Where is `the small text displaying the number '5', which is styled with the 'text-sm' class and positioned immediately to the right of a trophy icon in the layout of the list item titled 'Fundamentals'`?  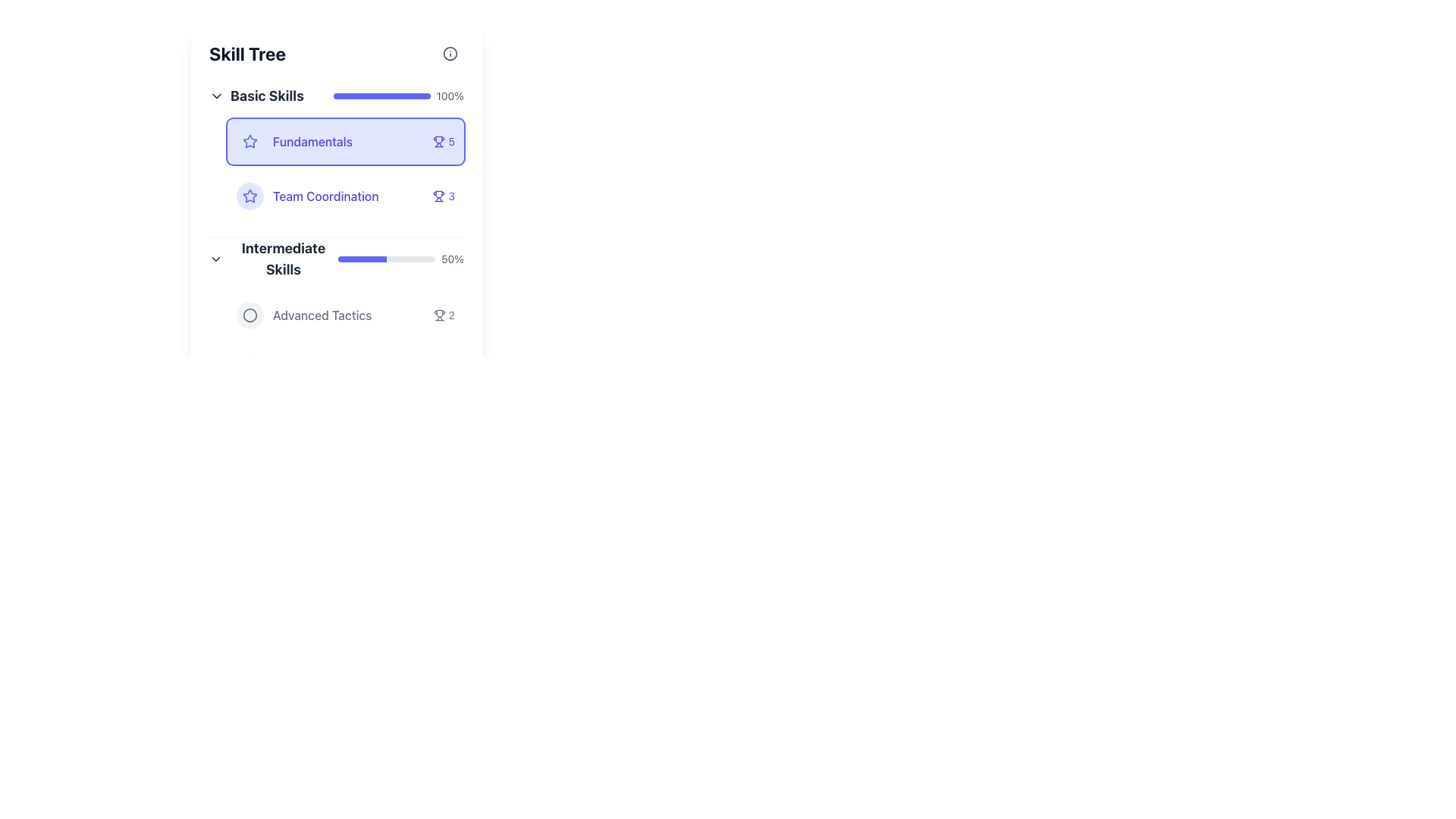 the small text displaying the number '5', which is styled with the 'text-sm' class and positioned immediately to the right of a trophy icon in the layout of the list item titled 'Fundamentals' is located at coordinates (450, 141).